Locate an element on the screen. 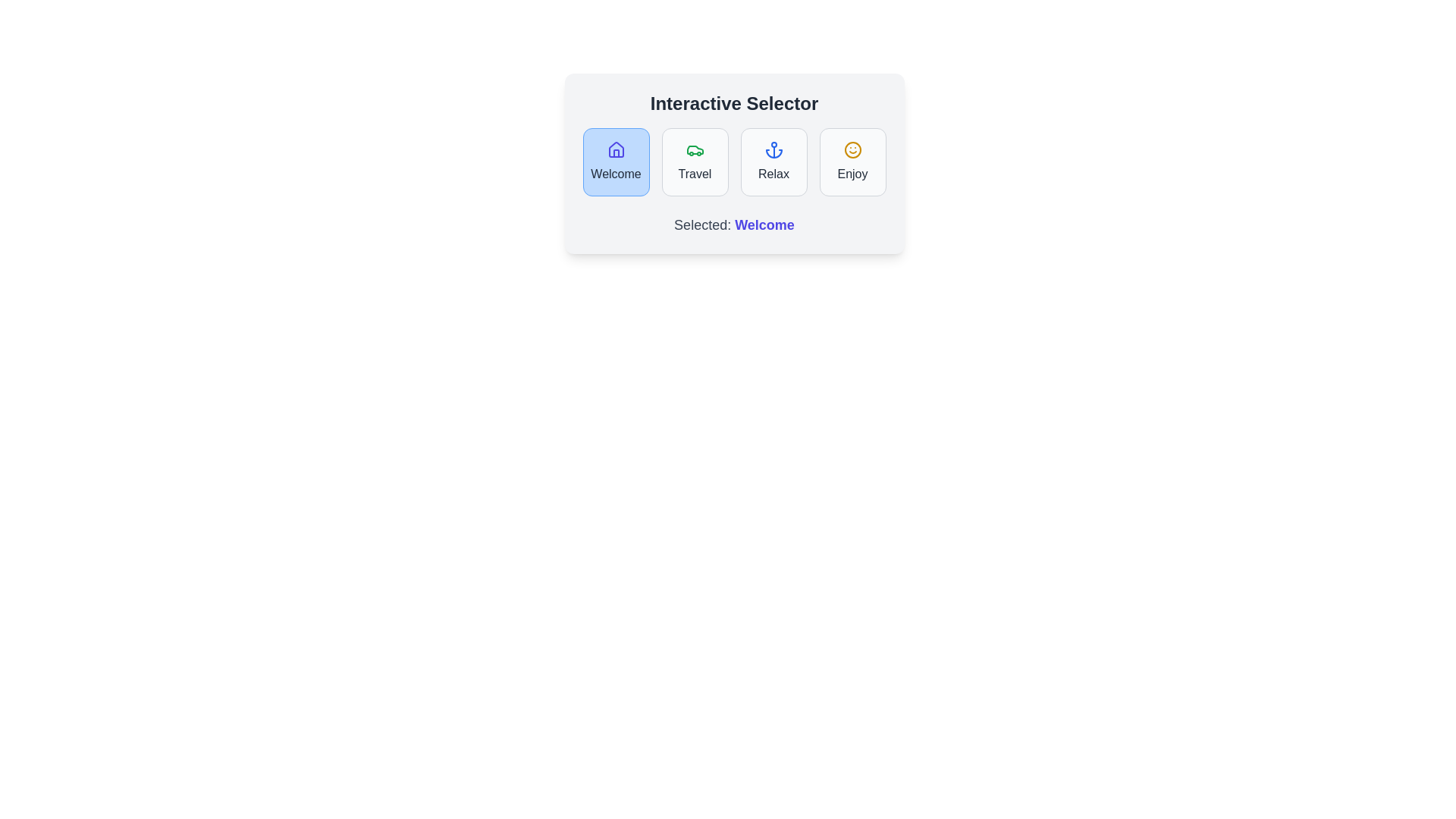 This screenshot has width=1456, height=819. the green car icon within the 'Travel' button is located at coordinates (694, 149).